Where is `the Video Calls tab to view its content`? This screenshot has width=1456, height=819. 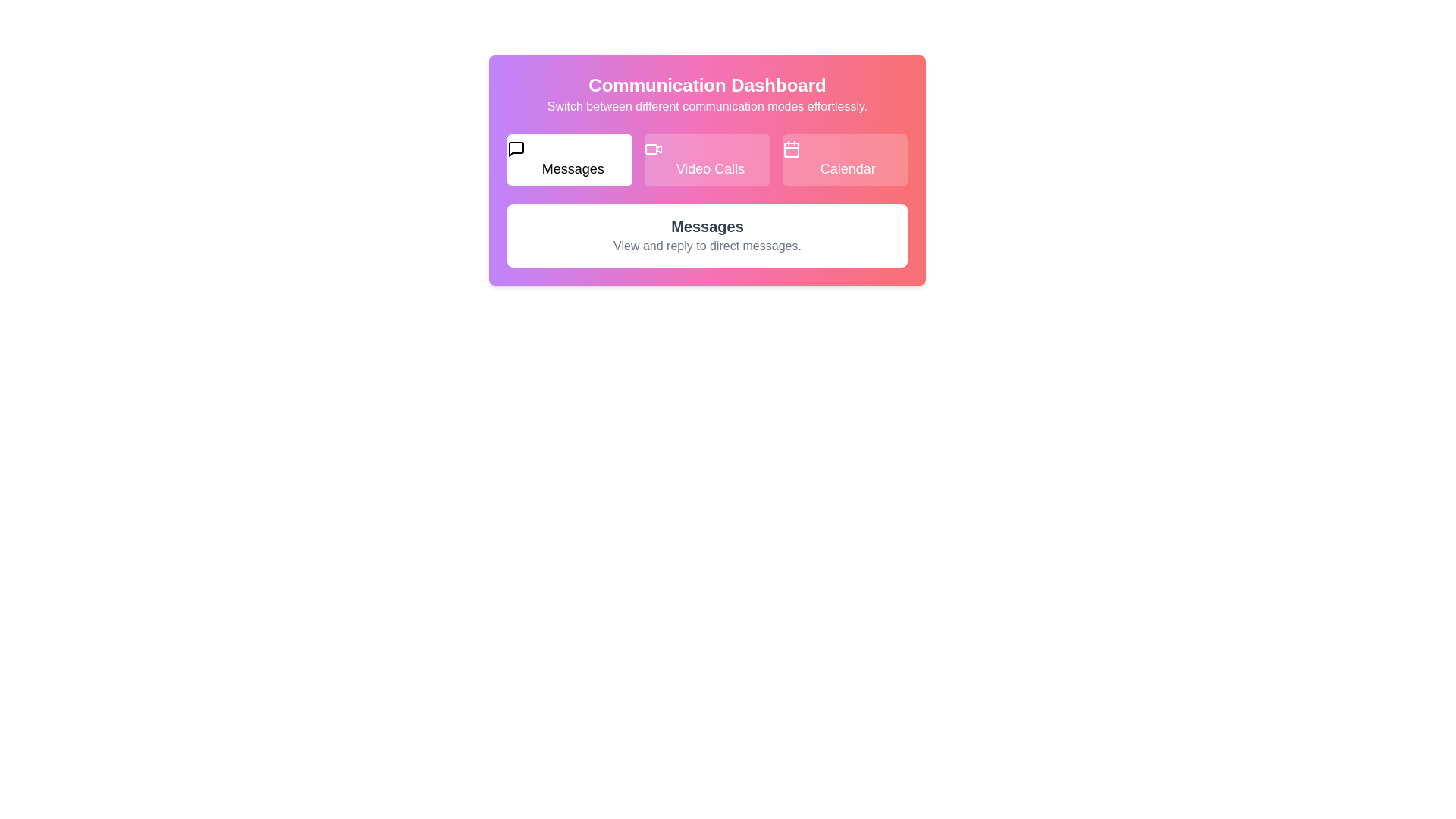
the Video Calls tab to view its content is located at coordinates (705, 160).